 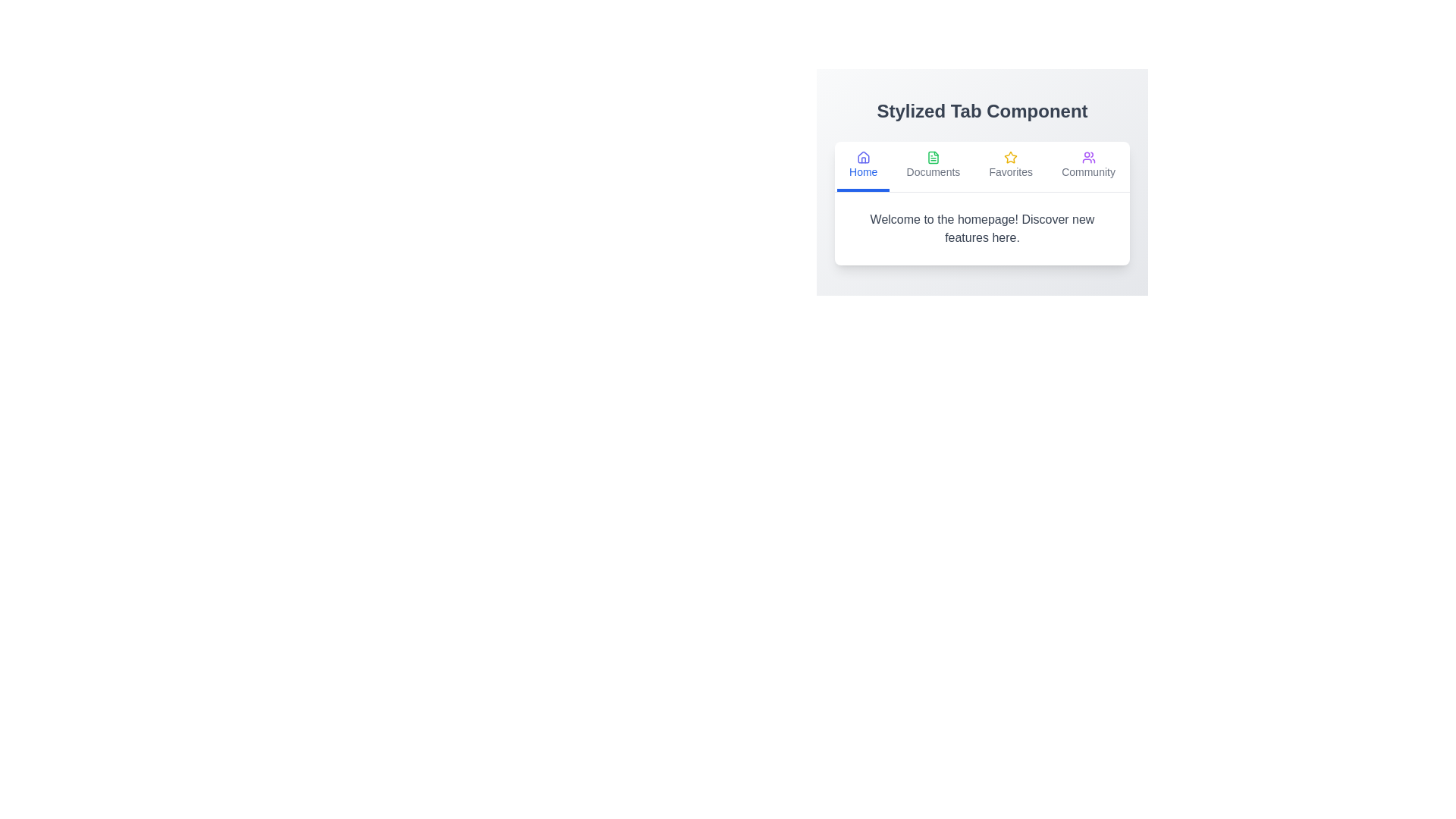 What do you see at coordinates (1087, 158) in the screenshot?
I see `the 'Community' tab icon located in the top navigation bar` at bounding box center [1087, 158].